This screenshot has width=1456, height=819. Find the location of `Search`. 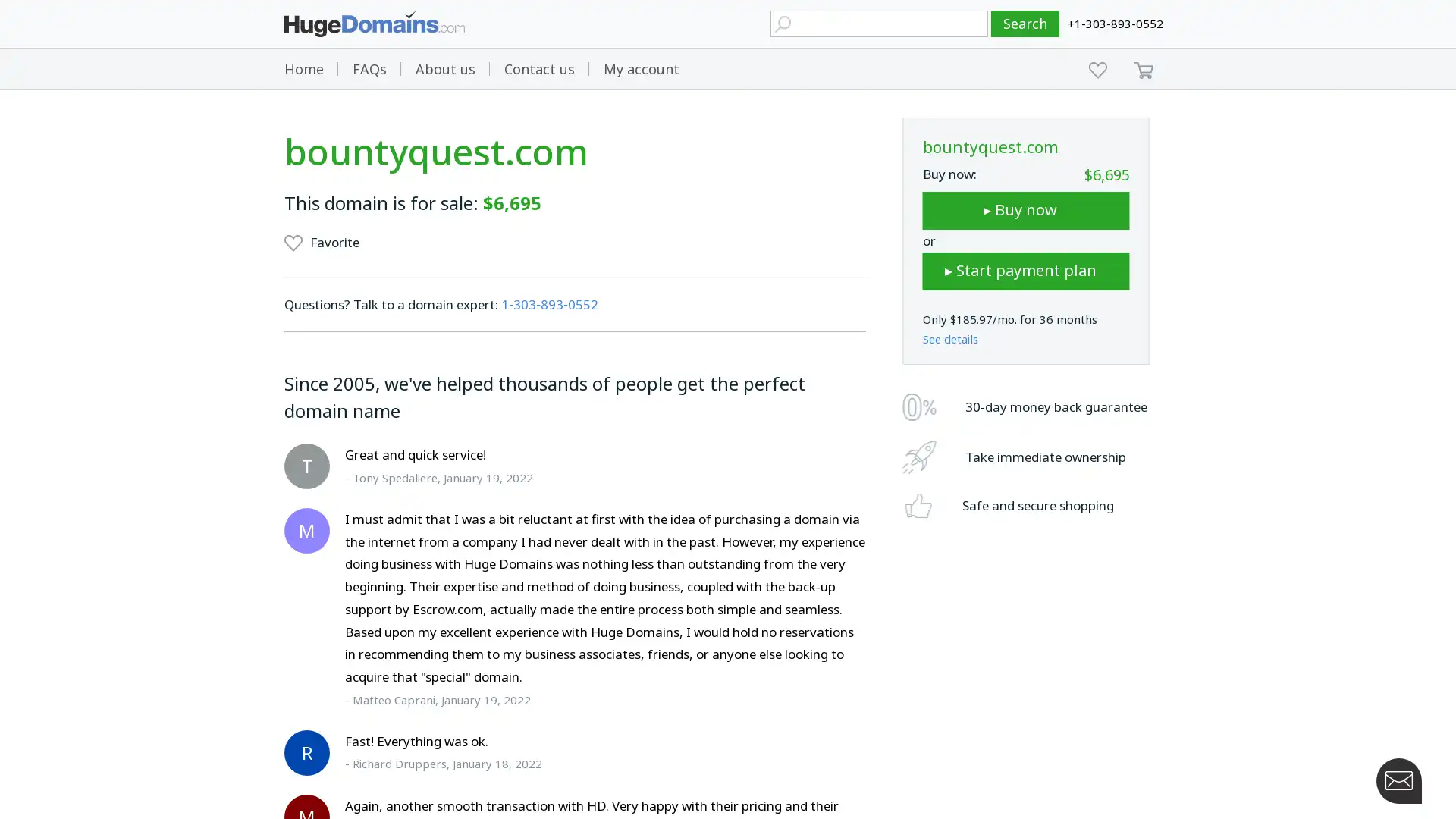

Search is located at coordinates (1025, 24).